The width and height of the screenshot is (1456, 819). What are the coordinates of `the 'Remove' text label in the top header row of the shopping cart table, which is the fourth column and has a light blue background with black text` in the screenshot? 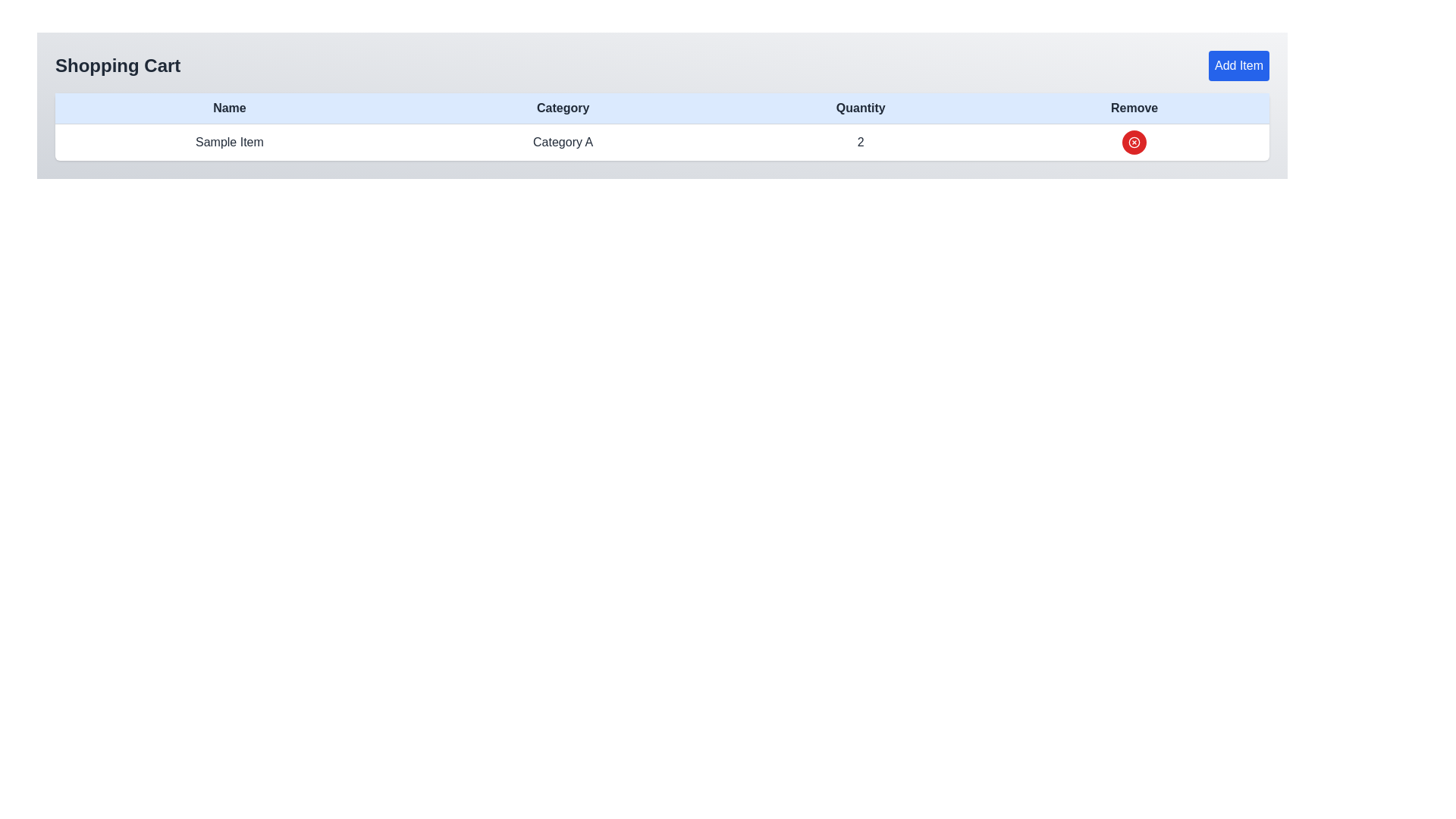 It's located at (1134, 108).